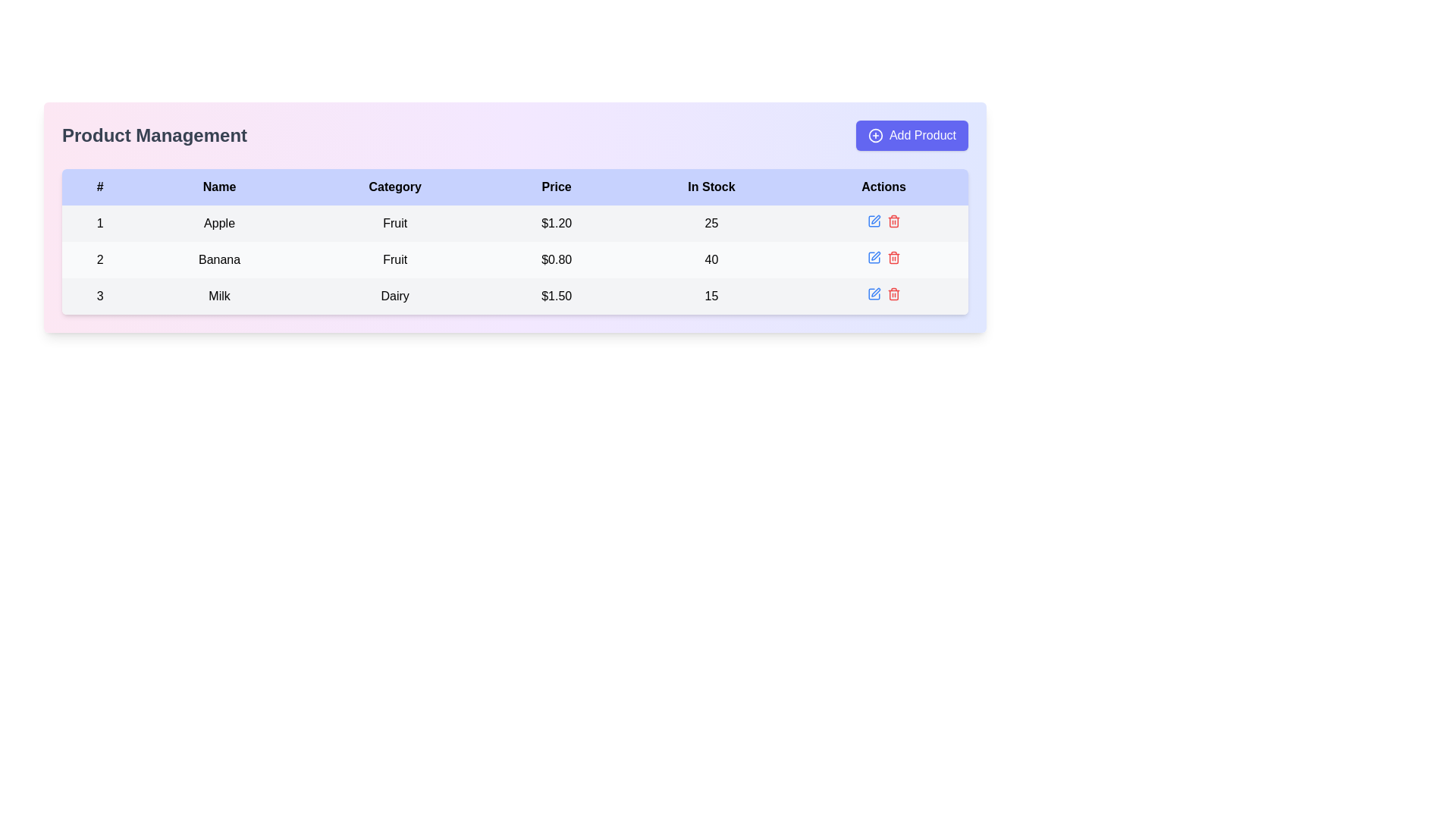  Describe the element at coordinates (395, 259) in the screenshot. I see `the text label displaying 'Fruit' in bold black text, located in the second row of the product table under the 'Category' column, adjacent to 'Banana' and '$0.80'` at that location.